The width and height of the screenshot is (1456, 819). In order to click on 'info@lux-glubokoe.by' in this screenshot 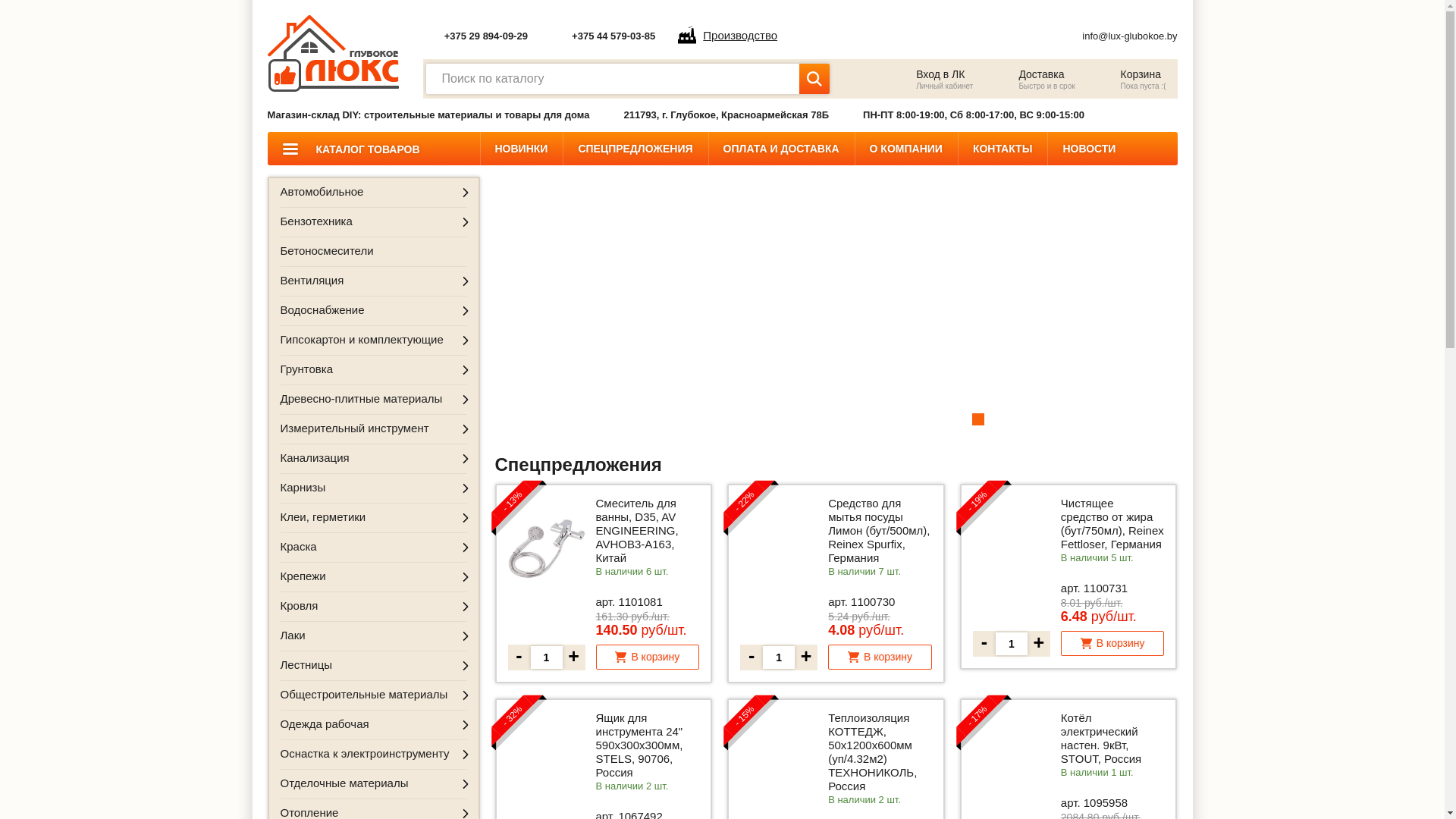, I will do `click(1081, 35)`.